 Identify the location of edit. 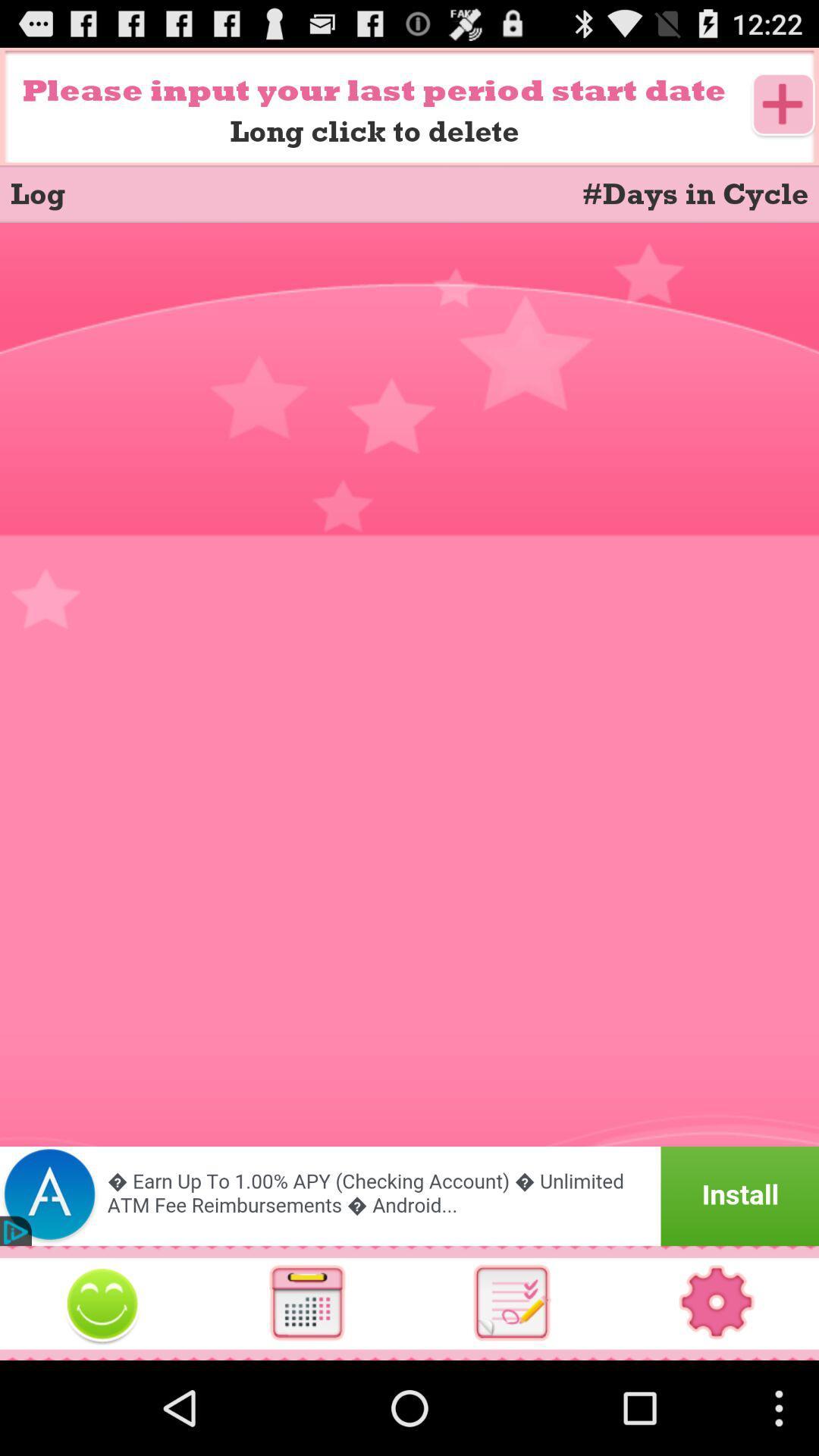
(102, 1302).